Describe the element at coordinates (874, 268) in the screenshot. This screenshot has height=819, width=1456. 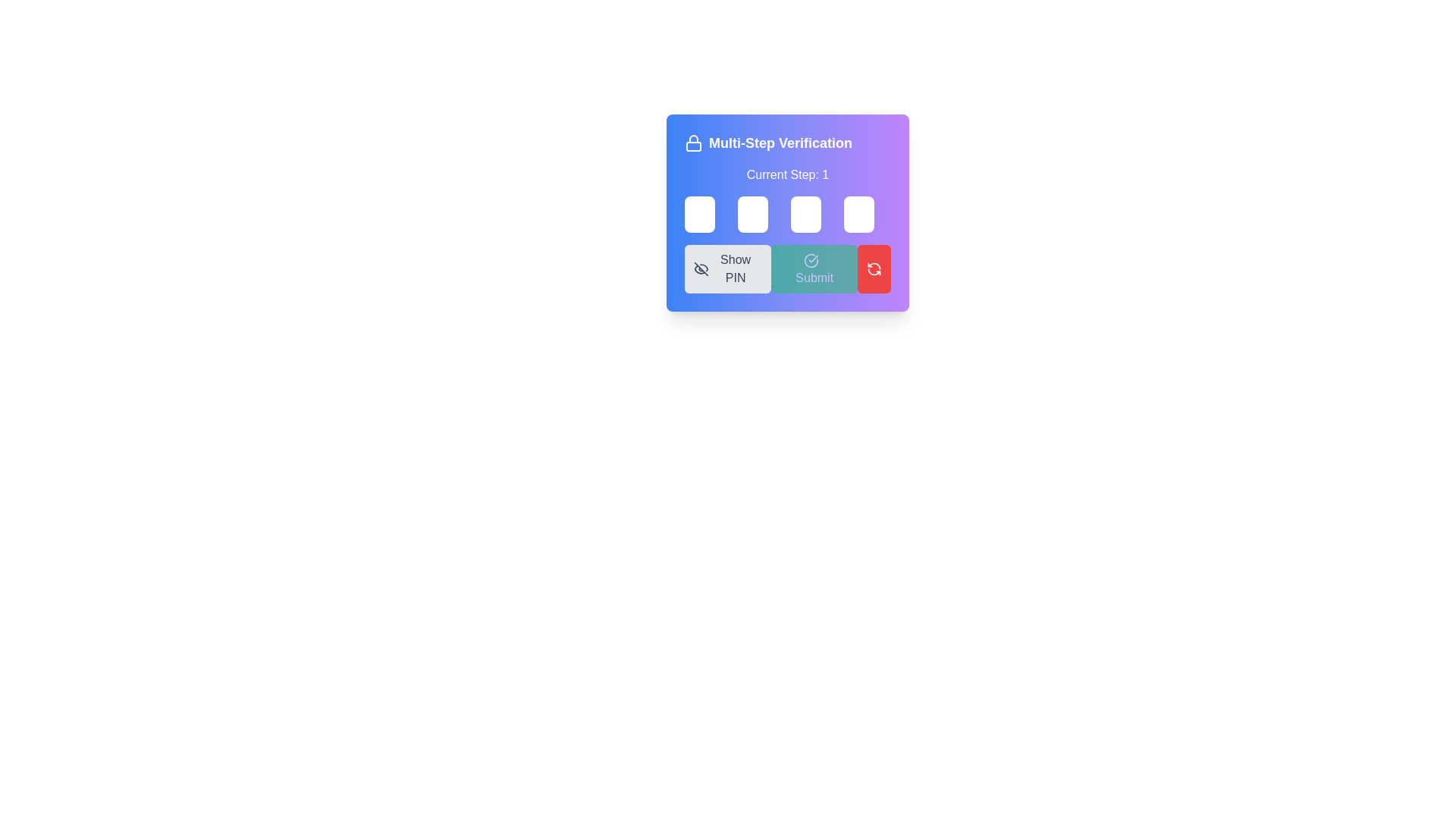
I see `the circular refresh icon button with a red background and white arrows located at the bottom-right corner of the 'Multi-Step Verification' card` at that location.